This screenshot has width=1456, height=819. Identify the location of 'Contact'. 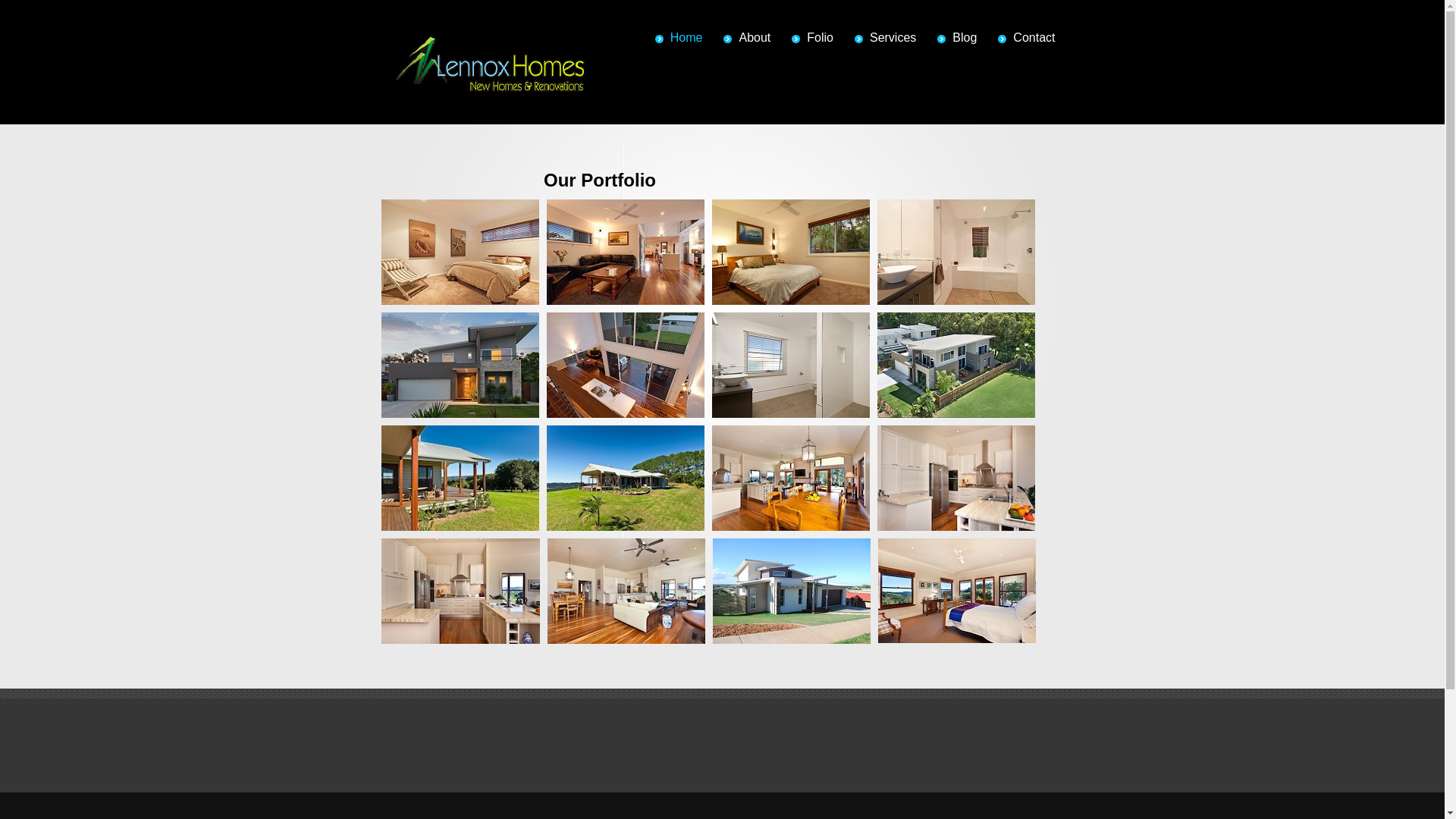
(1026, 37).